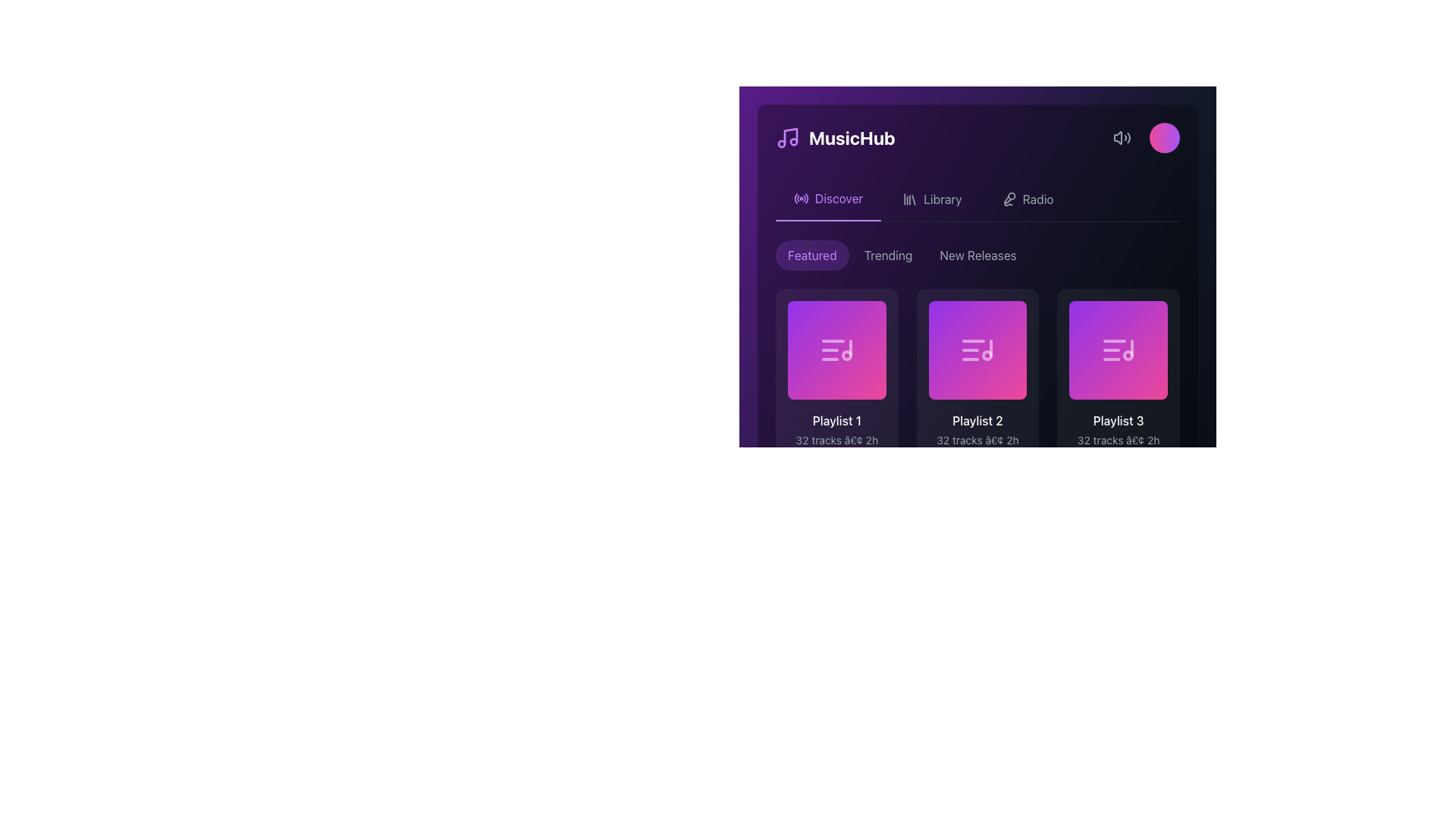  What do you see at coordinates (836, 350) in the screenshot?
I see `the Icon representing the playlist titled 'Playlist 1', which is located at the center of the first card in the row of playlist cards under the 'Featured' section` at bounding box center [836, 350].